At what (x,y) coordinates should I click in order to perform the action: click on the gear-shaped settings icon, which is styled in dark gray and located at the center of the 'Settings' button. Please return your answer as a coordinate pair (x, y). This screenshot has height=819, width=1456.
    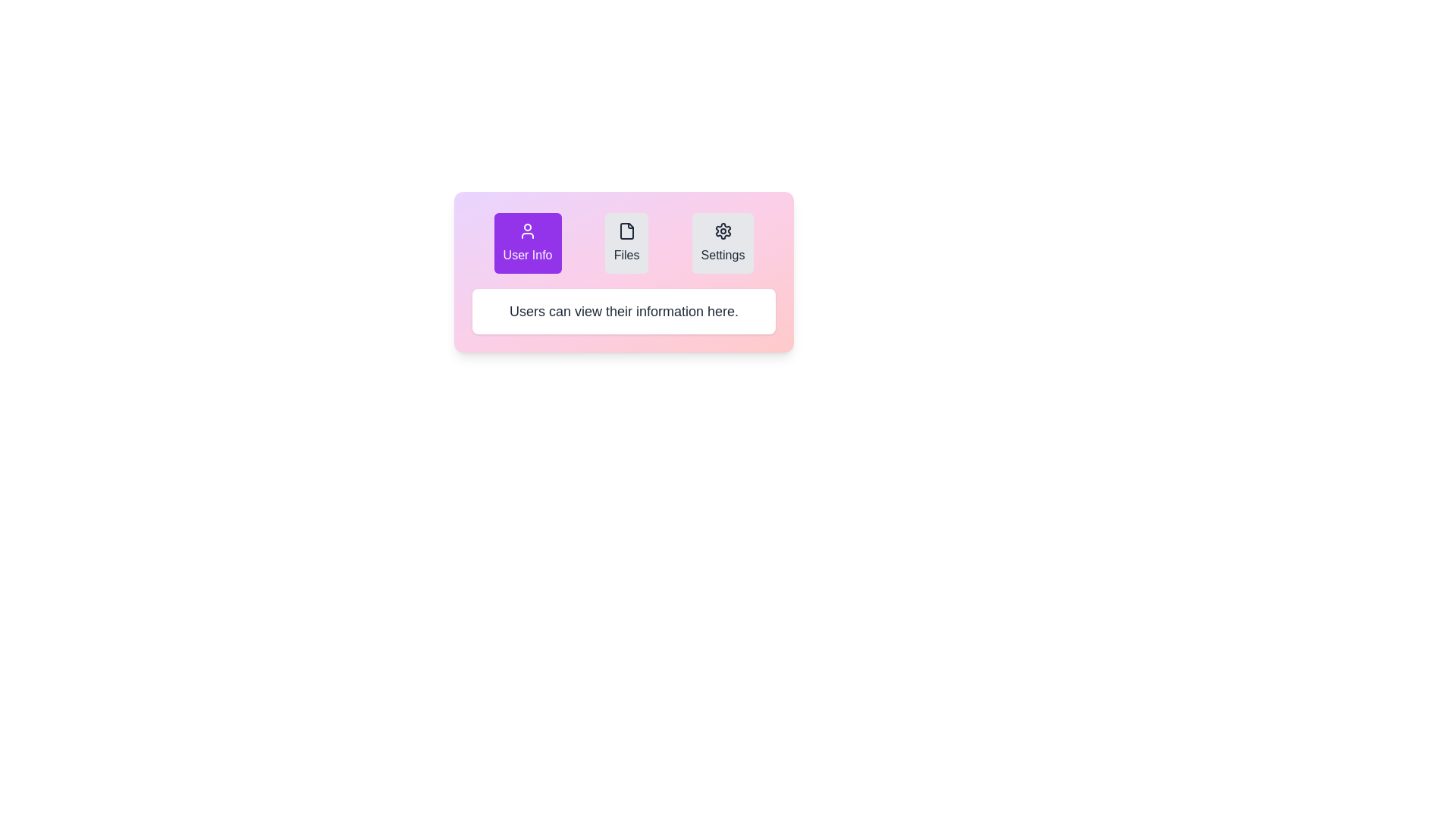
    Looking at the image, I should click on (722, 231).